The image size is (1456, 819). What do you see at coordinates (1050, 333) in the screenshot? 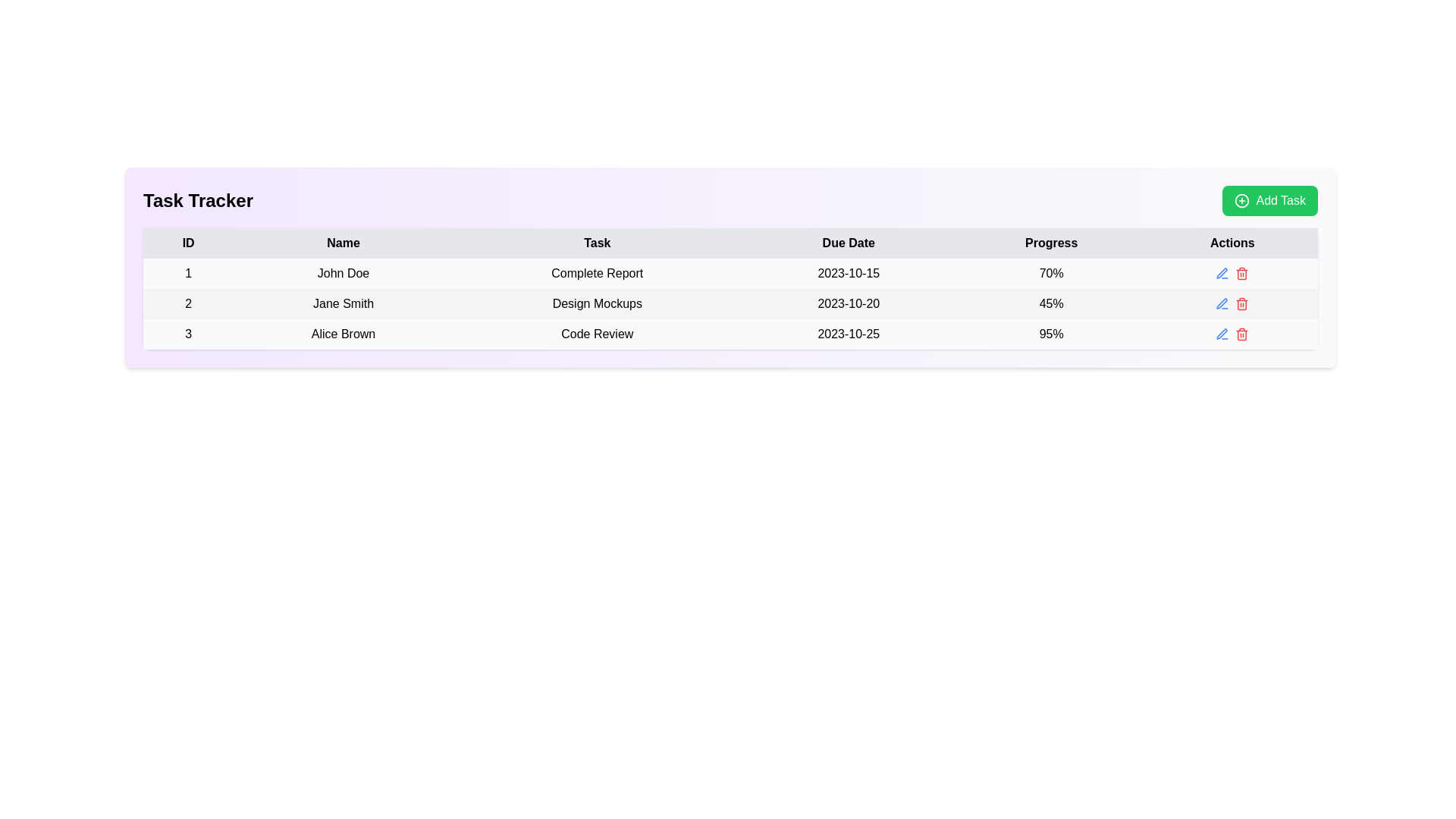
I see `the text label displaying '95%' in bold within the 'Progress' column of the table row for 'Alice Brown - Code Review - 2023-10-25'` at bounding box center [1050, 333].